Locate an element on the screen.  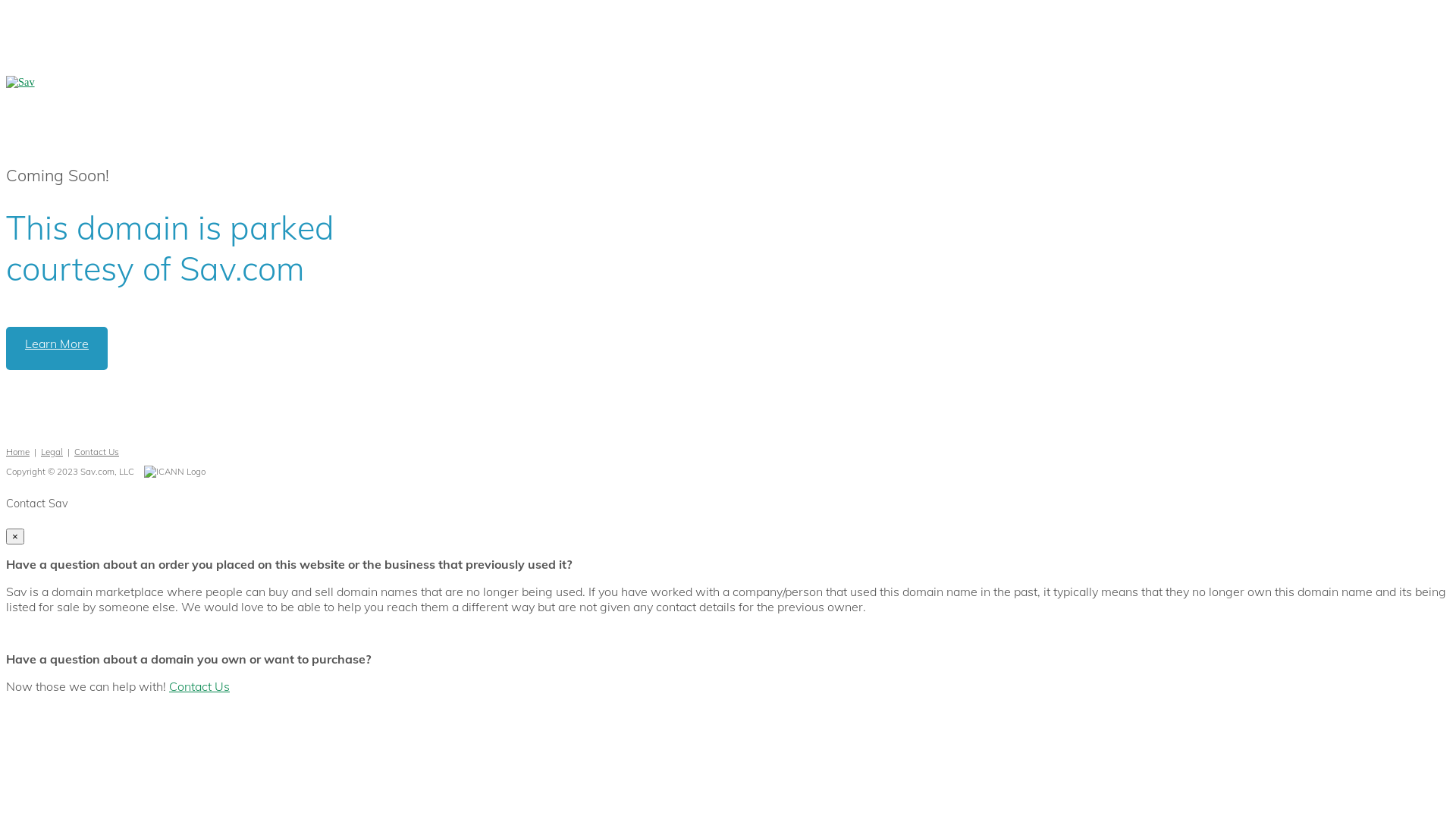
'Learn More' is located at coordinates (6, 348).